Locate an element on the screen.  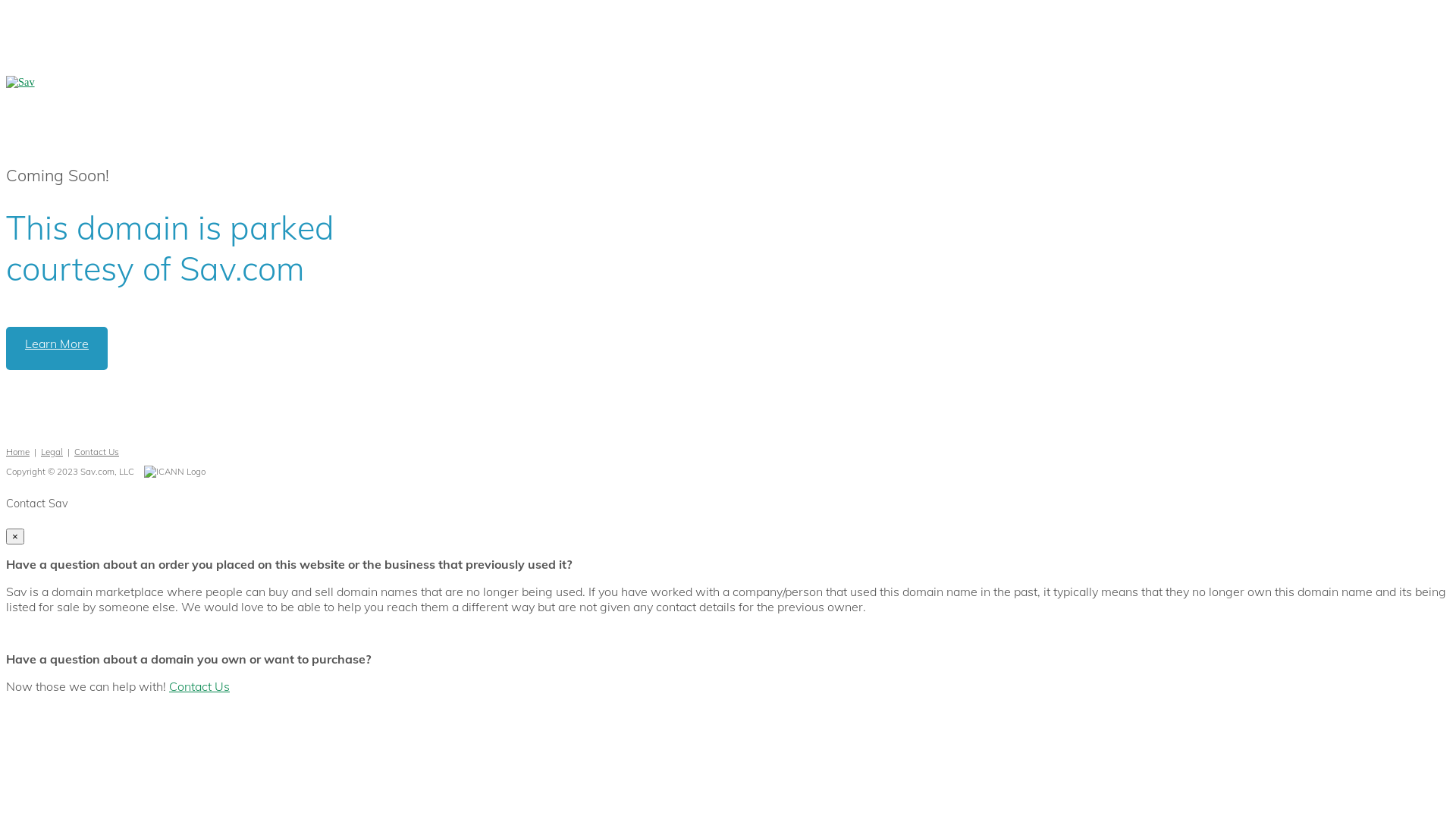
'Learn More' is located at coordinates (6, 348).